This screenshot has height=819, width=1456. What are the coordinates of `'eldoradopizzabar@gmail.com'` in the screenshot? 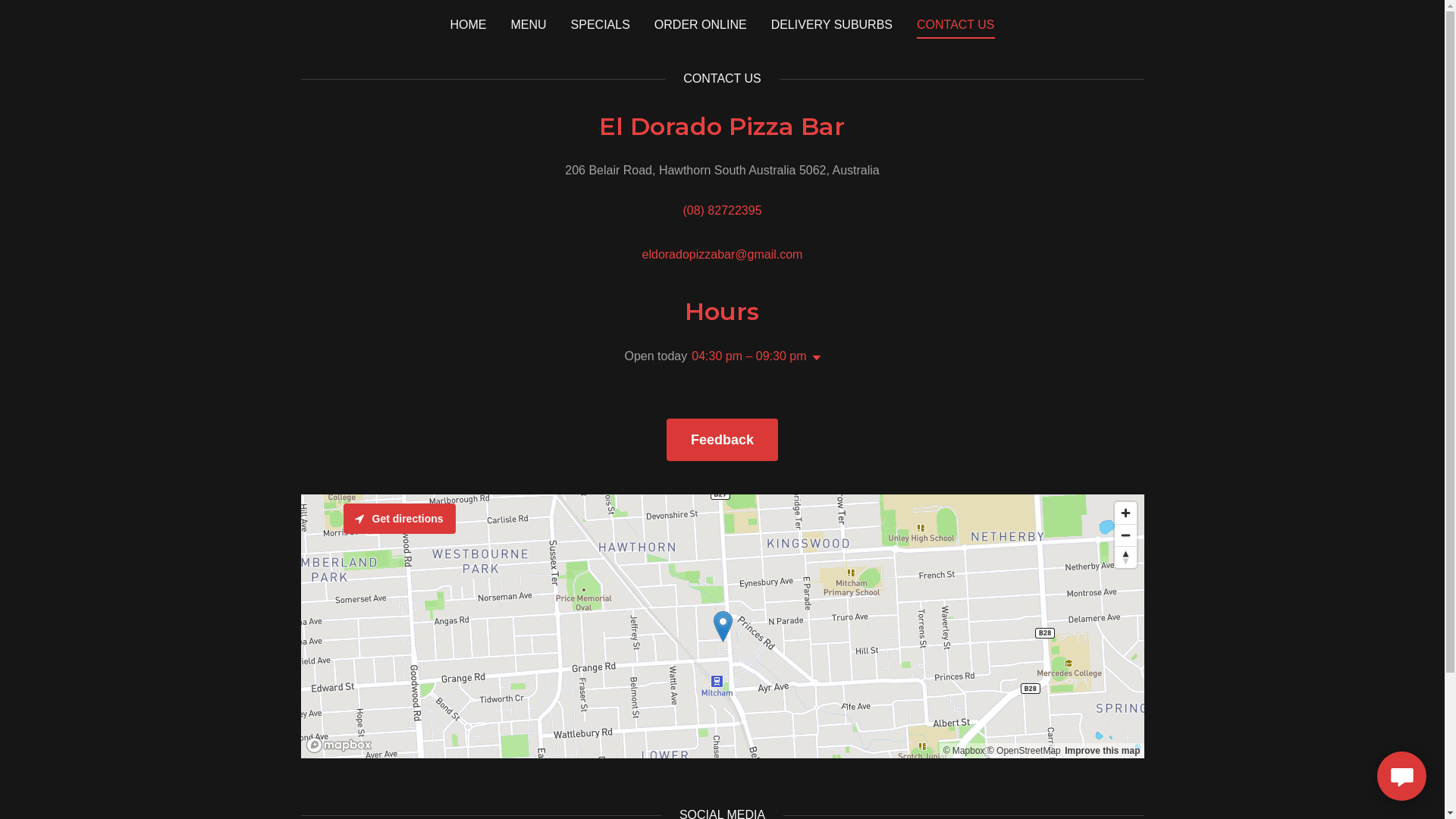 It's located at (642, 253).